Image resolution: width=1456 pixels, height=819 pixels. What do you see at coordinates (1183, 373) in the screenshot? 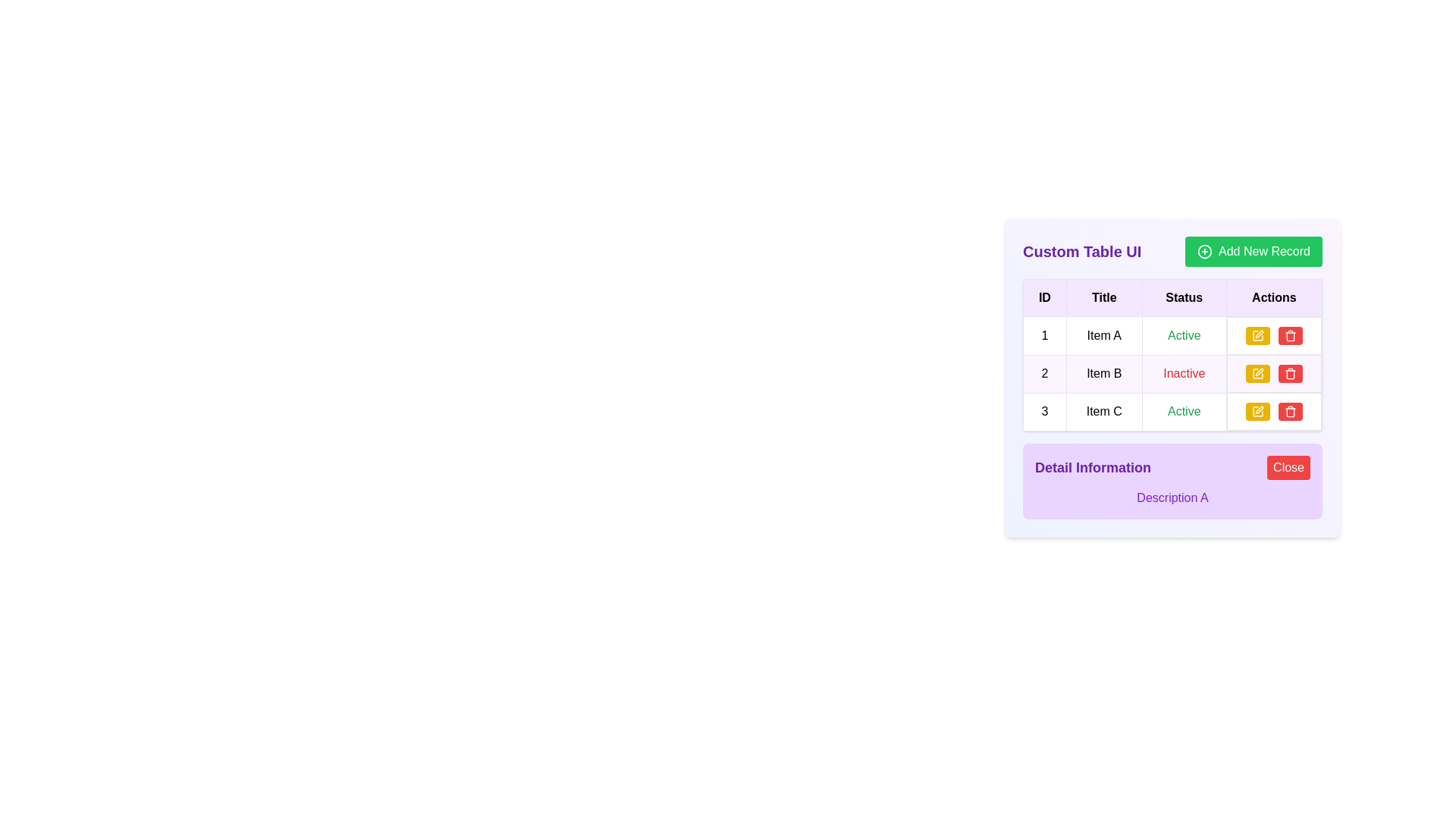
I see `the 'Inactive' text label displayed in bold red font located in the 'Status' column of the second row in the data table` at bounding box center [1183, 373].